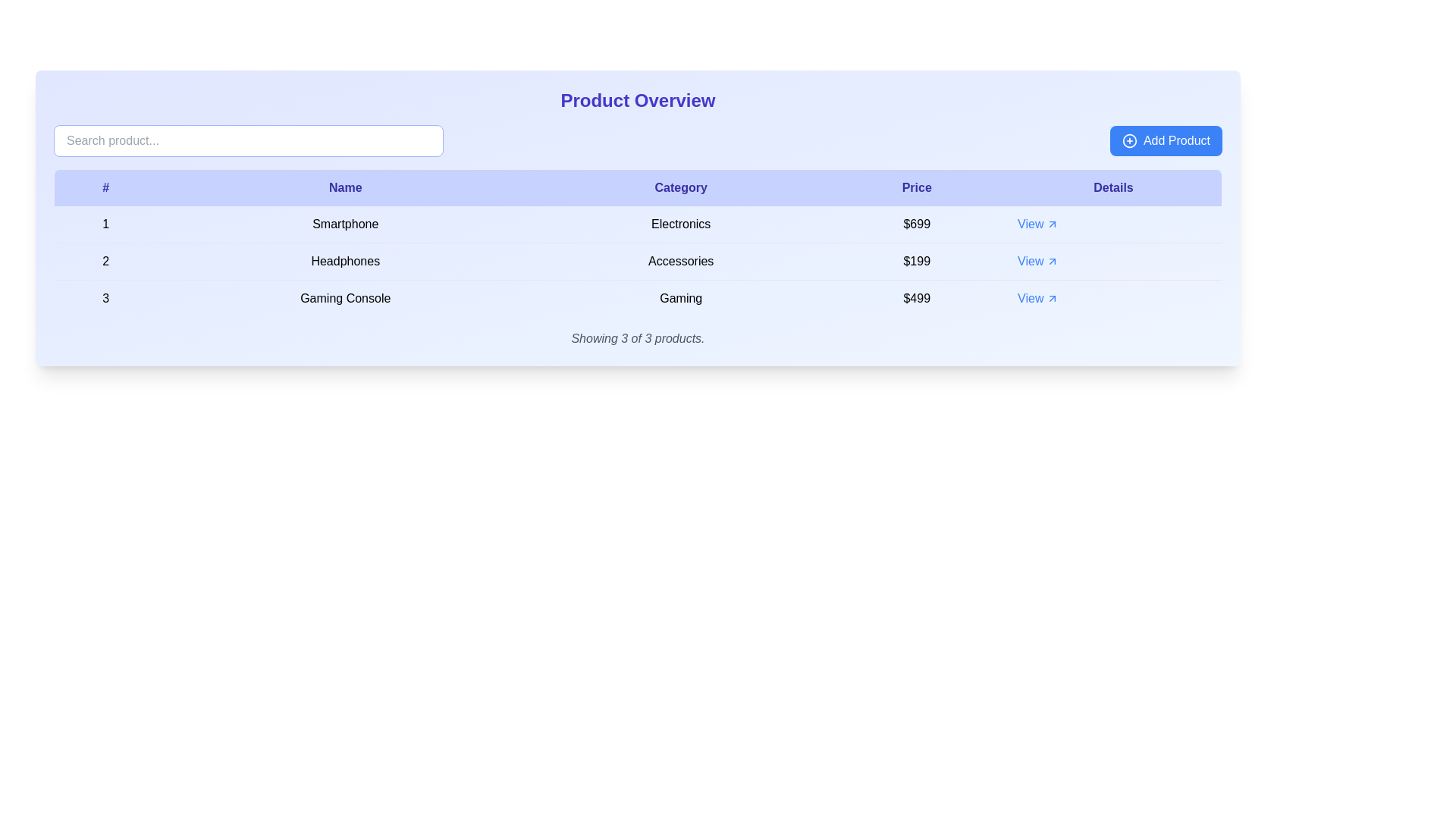  I want to click on text display component that serves as a row identifier or serial number in the first row of the table, located at the top-left corner, directly left of the 'Smartphone' column, so click(105, 224).